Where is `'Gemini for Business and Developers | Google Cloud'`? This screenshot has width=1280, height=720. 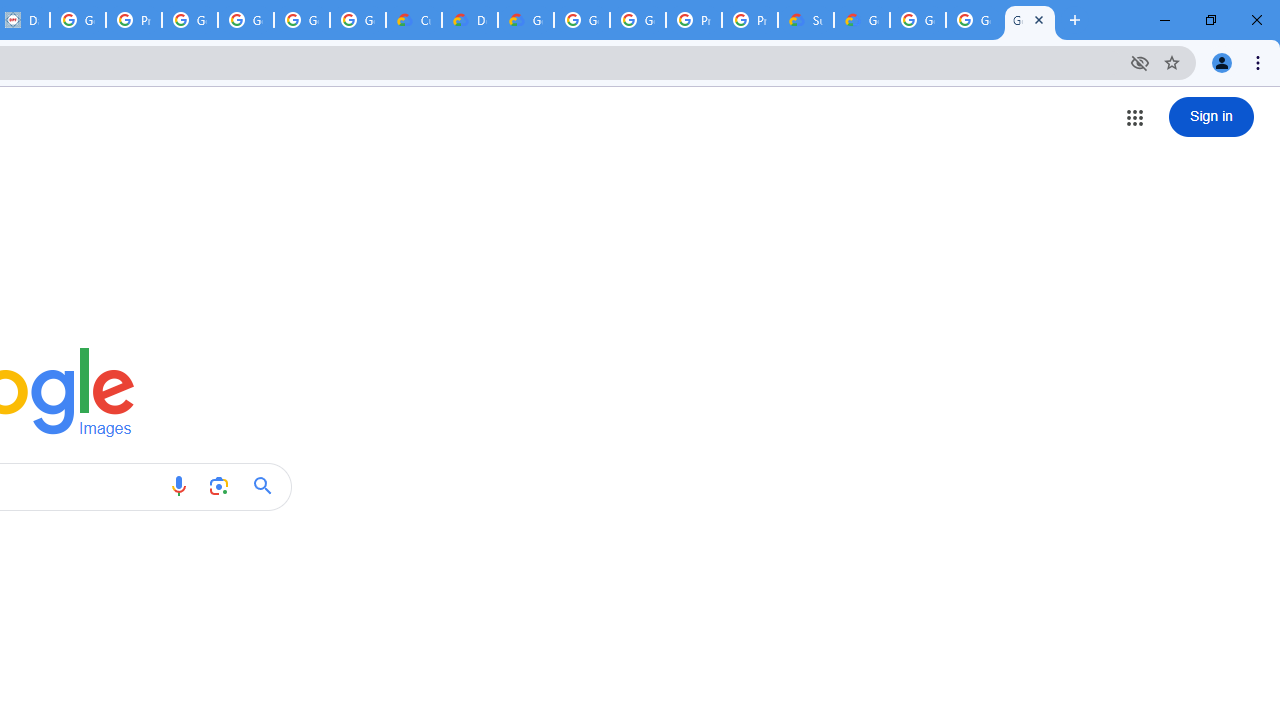 'Gemini for Business and Developers | Google Cloud' is located at coordinates (526, 20).